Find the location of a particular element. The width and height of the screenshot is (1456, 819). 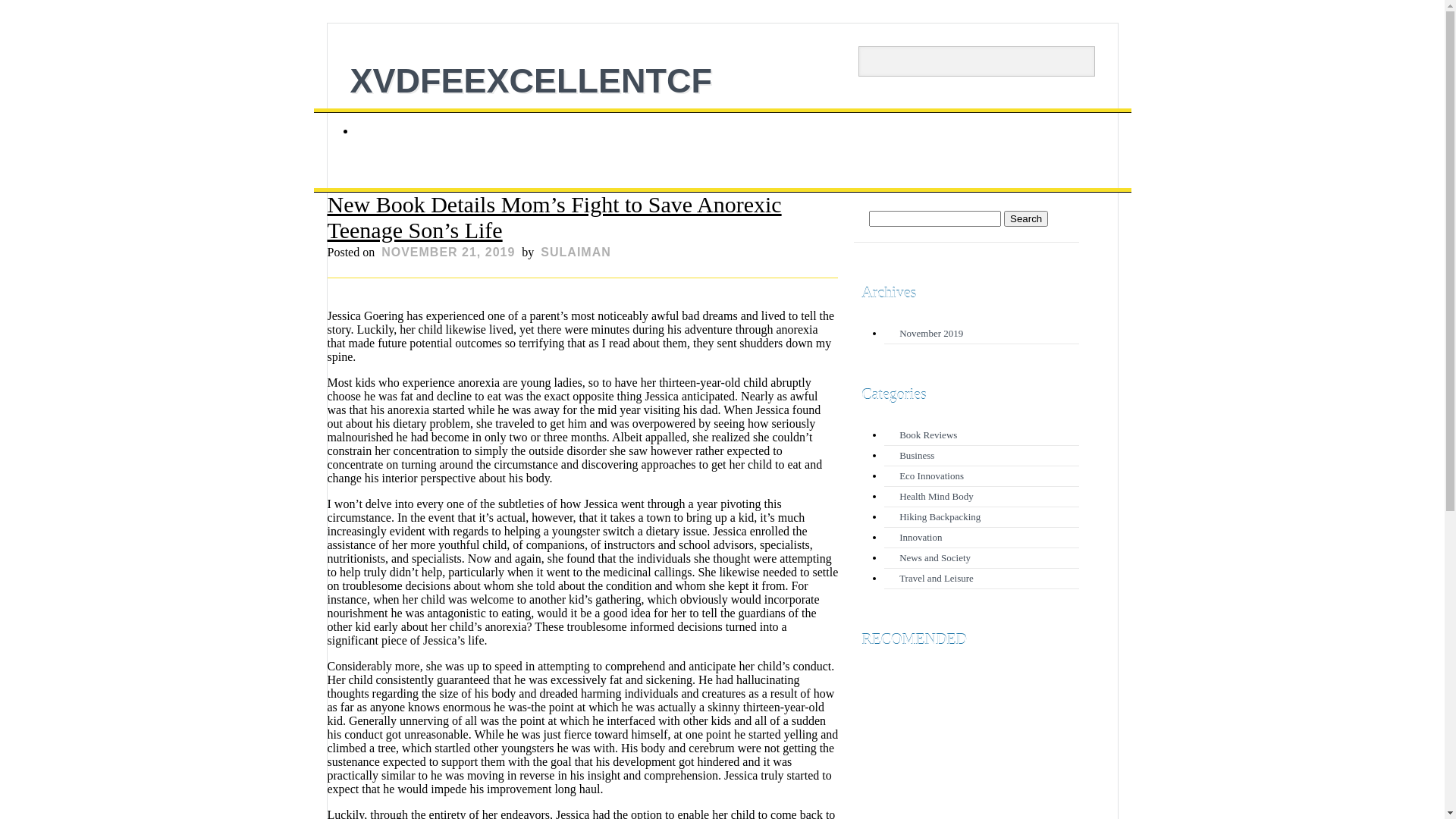

'News and Society' is located at coordinates (934, 557).